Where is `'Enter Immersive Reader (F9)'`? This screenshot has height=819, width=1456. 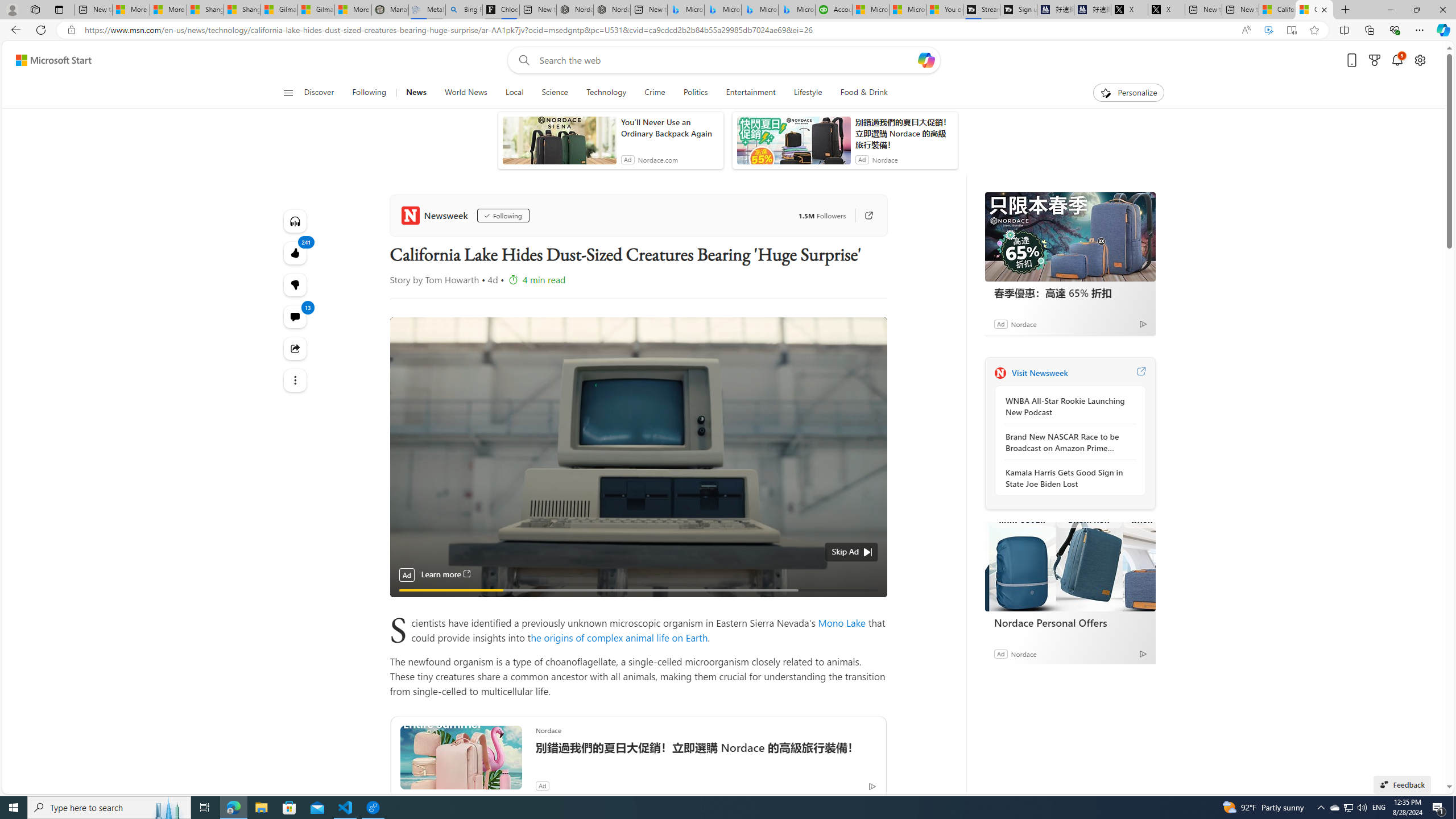 'Enter Immersive Reader (F9)' is located at coordinates (1291, 30).